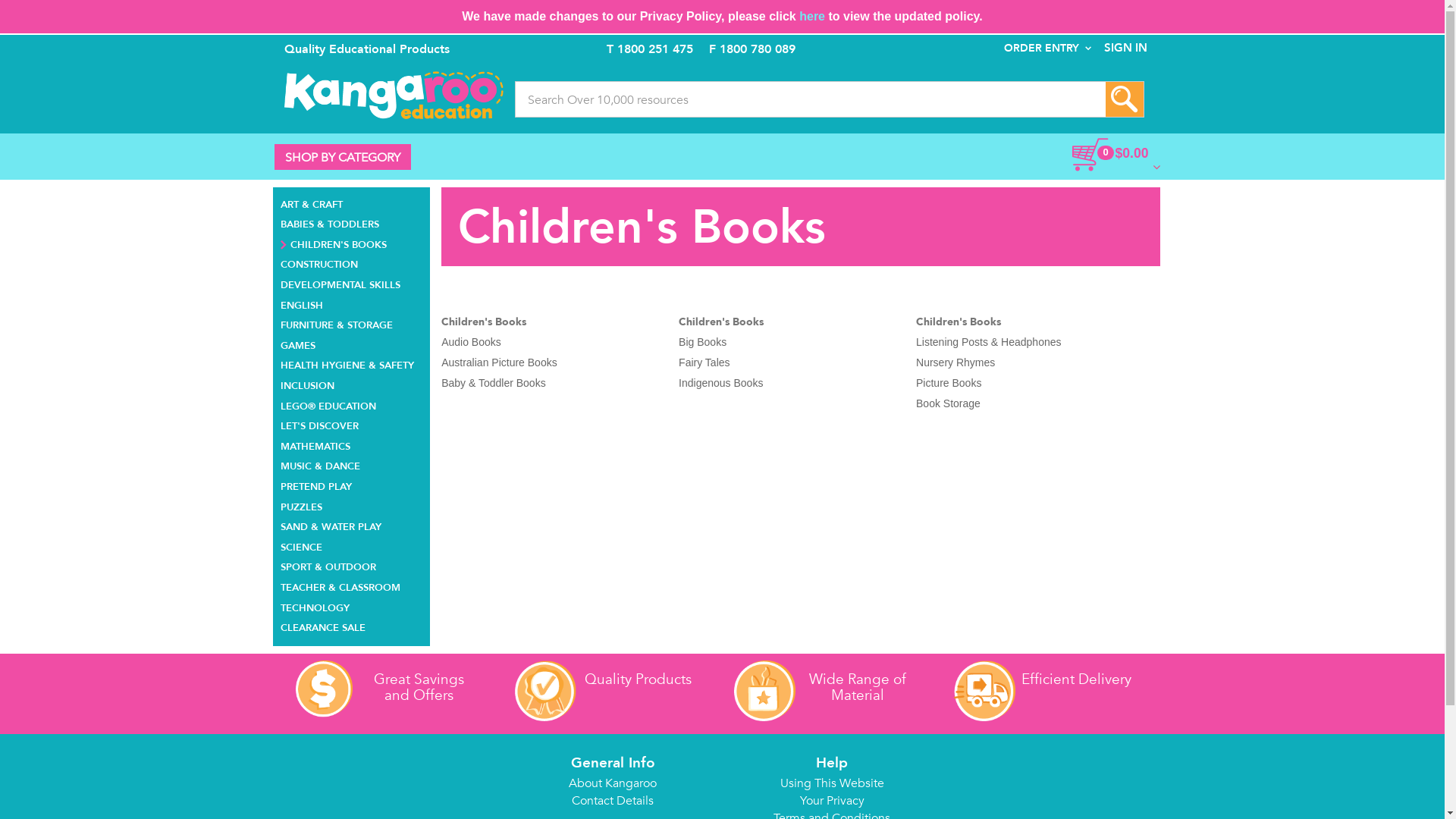 This screenshot has height=819, width=1456. What do you see at coordinates (799, 16) in the screenshot?
I see `'here'` at bounding box center [799, 16].